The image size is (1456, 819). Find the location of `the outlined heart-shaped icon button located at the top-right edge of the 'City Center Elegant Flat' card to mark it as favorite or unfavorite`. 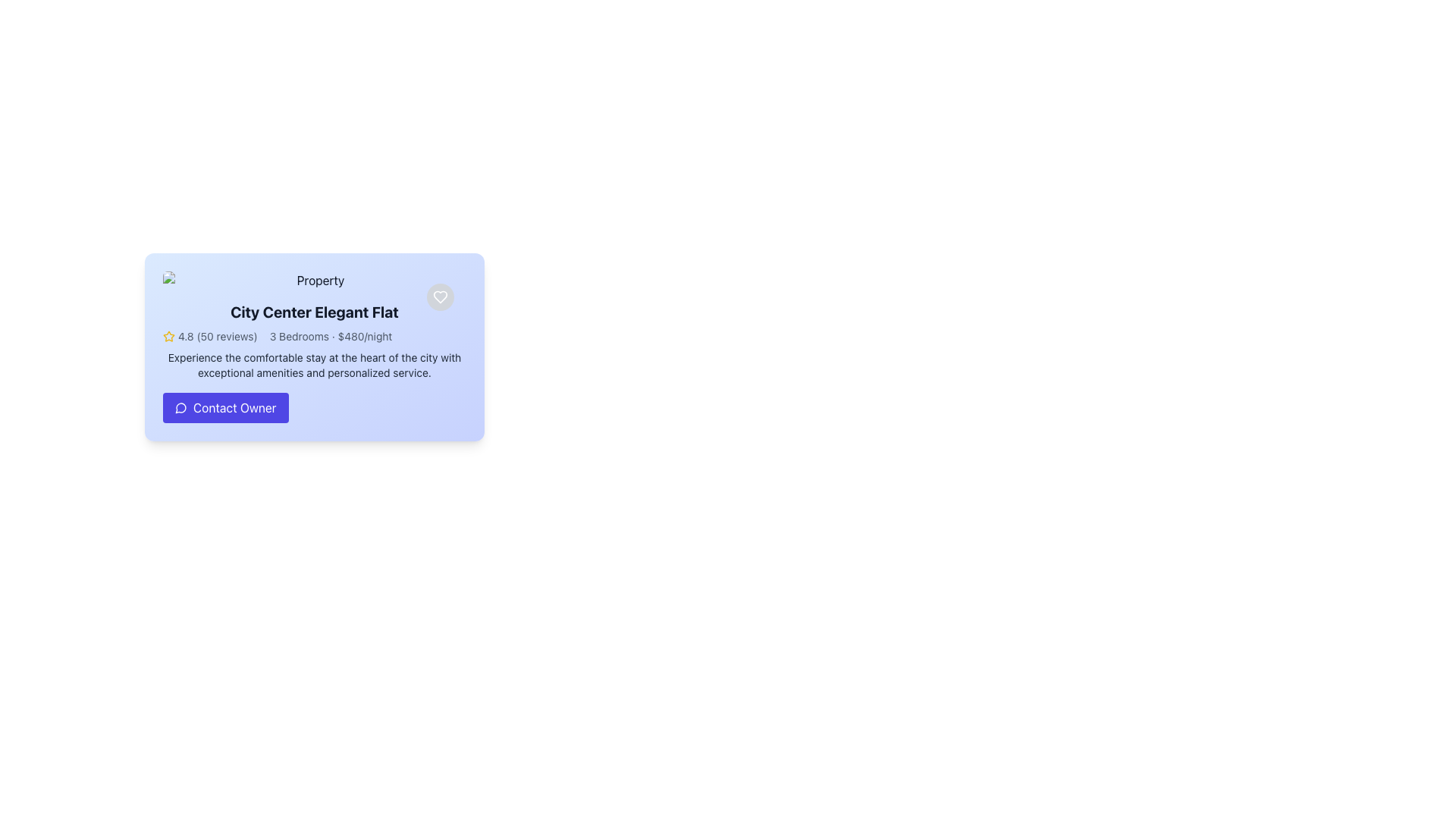

the outlined heart-shaped icon button located at the top-right edge of the 'City Center Elegant Flat' card to mark it as favorite or unfavorite is located at coordinates (439, 297).